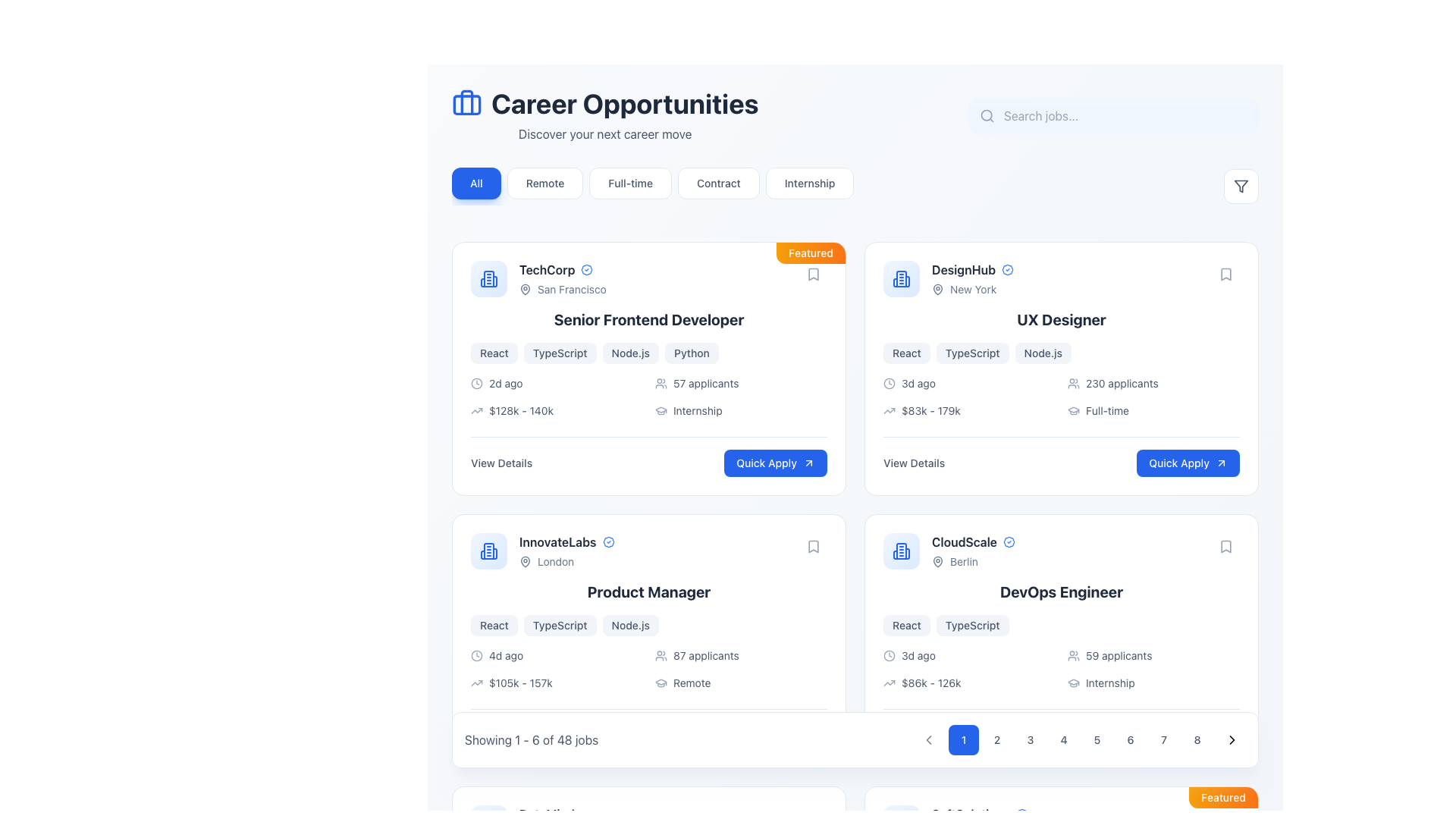 Image resolution: width=1456 pixels, height=819 pixels. I want to click on the minimalistic pin icon representing a location marker, located to the left of the 'Berlin' label in the 'CloudScale' job listing card for 'DevOps Engineer', so click(937, 561).